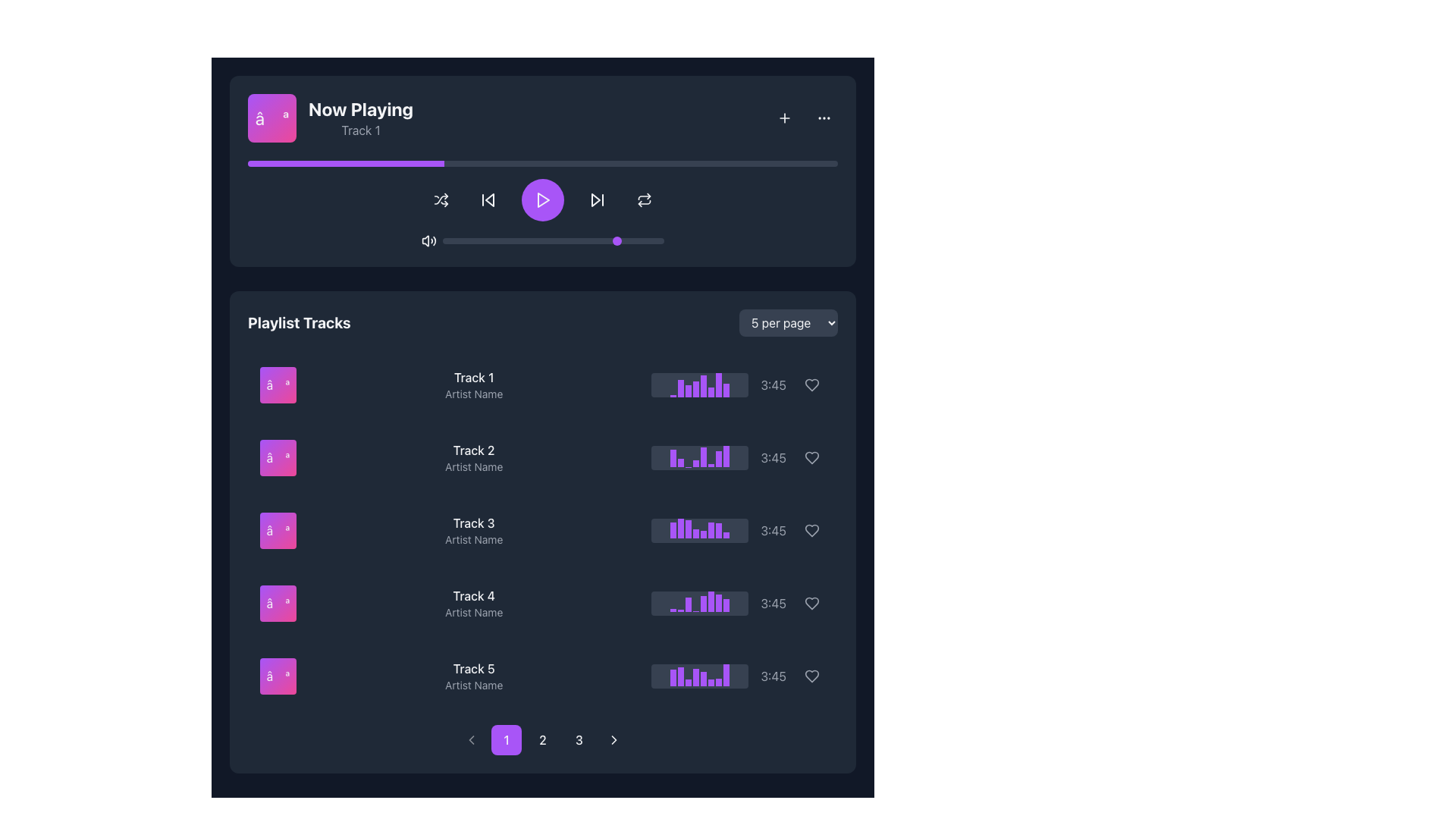 Image resolution: width=1456 pixels, height=819 pixels. I want to click on the text label displaying 'Artist Name', which is located directly beneath the 'Track 1' label in the playlist, so click(473, 394).